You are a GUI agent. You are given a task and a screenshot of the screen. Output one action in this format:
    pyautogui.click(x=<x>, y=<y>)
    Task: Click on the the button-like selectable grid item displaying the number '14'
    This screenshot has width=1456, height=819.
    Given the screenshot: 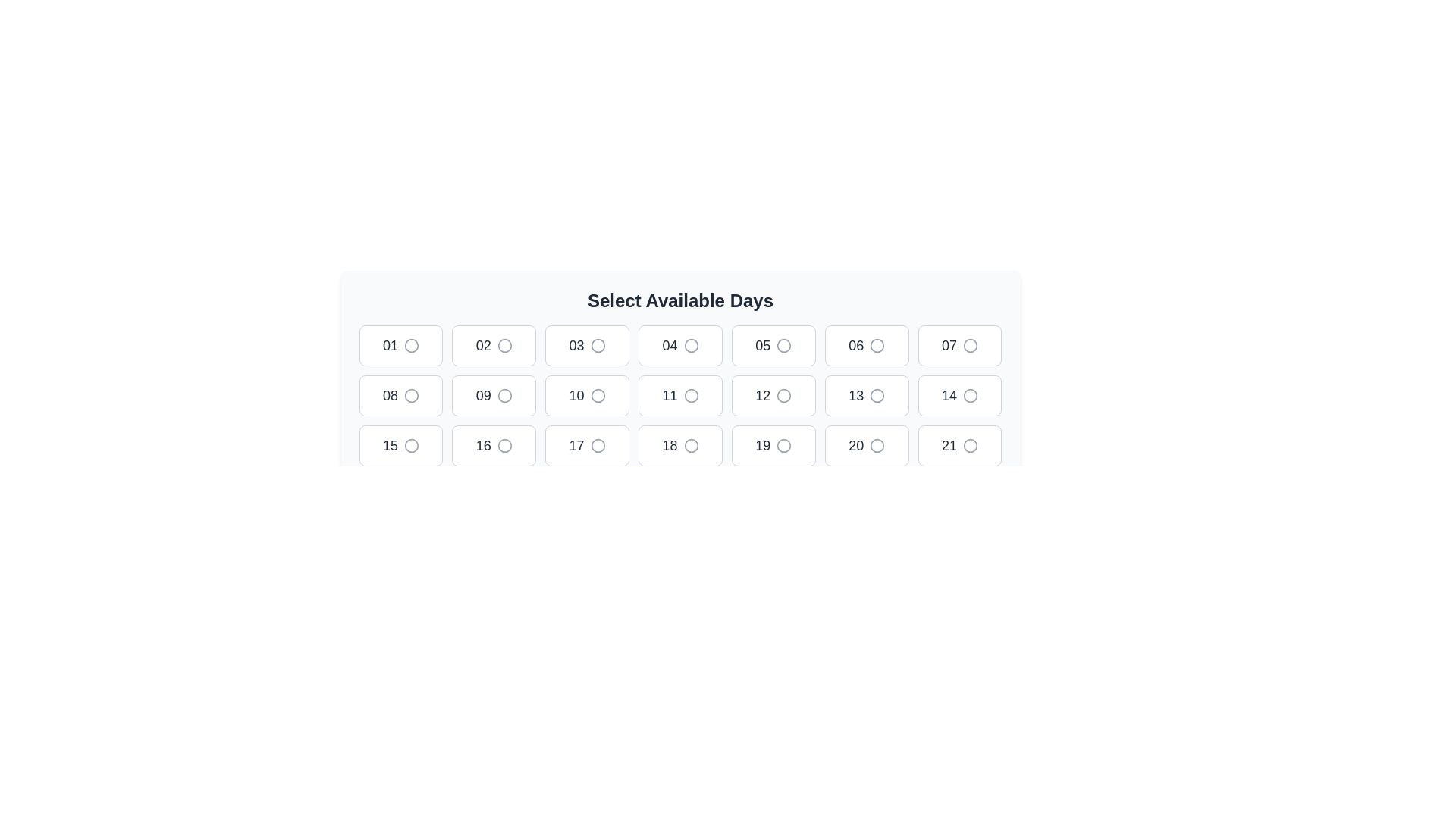 What is the action you would take?
    pyautogui.click(x=959, y=394)
    